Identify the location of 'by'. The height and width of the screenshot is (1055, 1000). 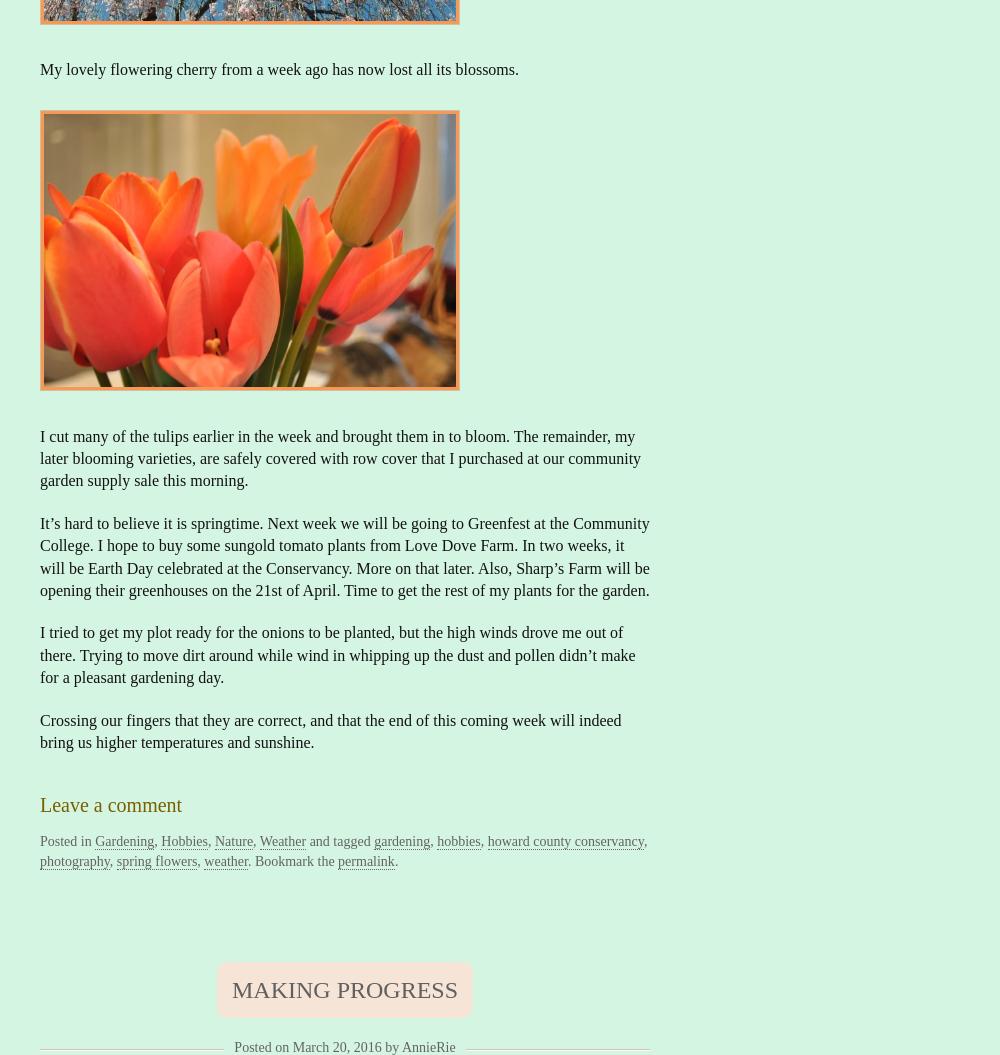
(392, 1045).